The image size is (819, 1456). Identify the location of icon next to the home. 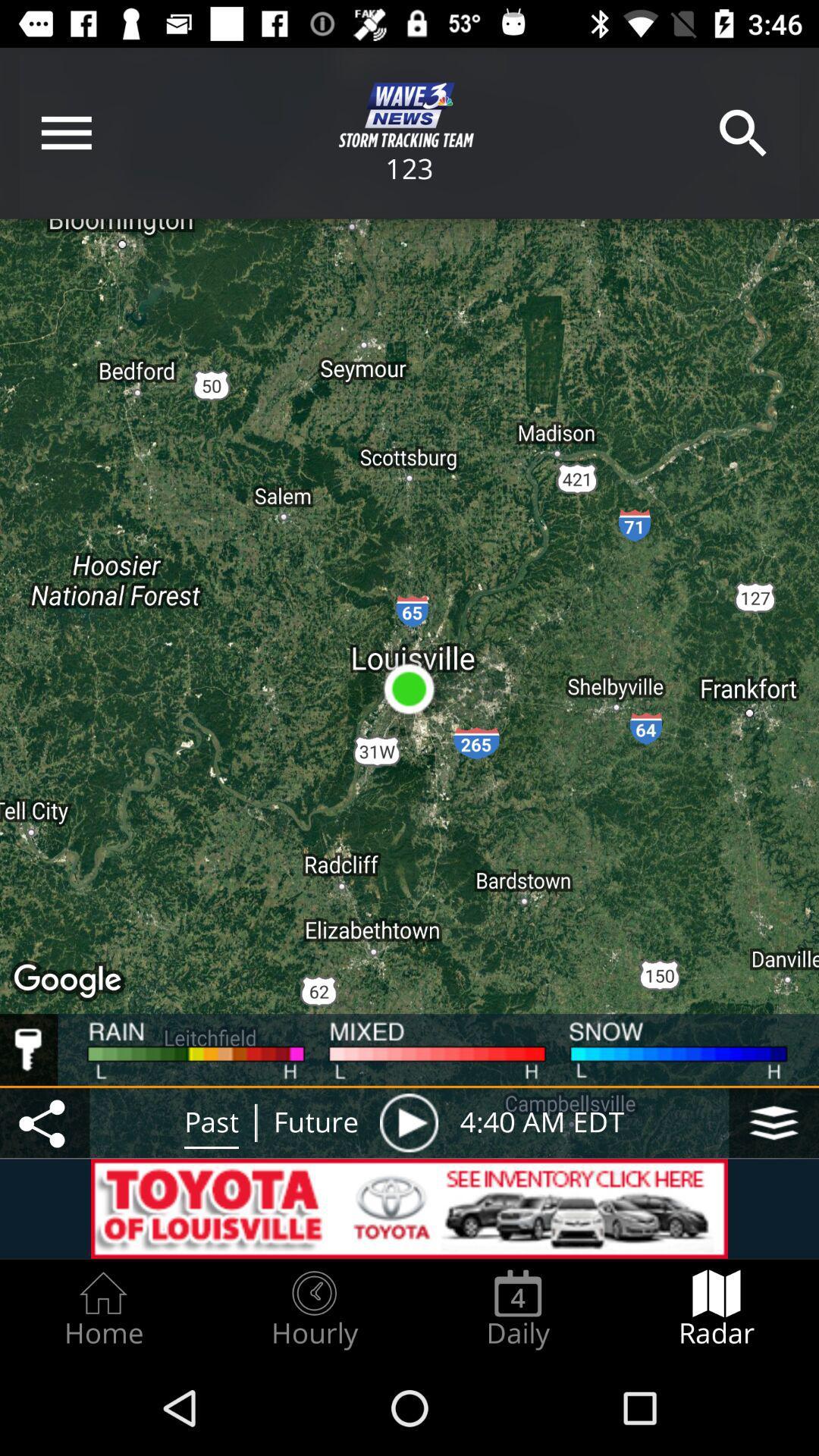
(313, 1309).